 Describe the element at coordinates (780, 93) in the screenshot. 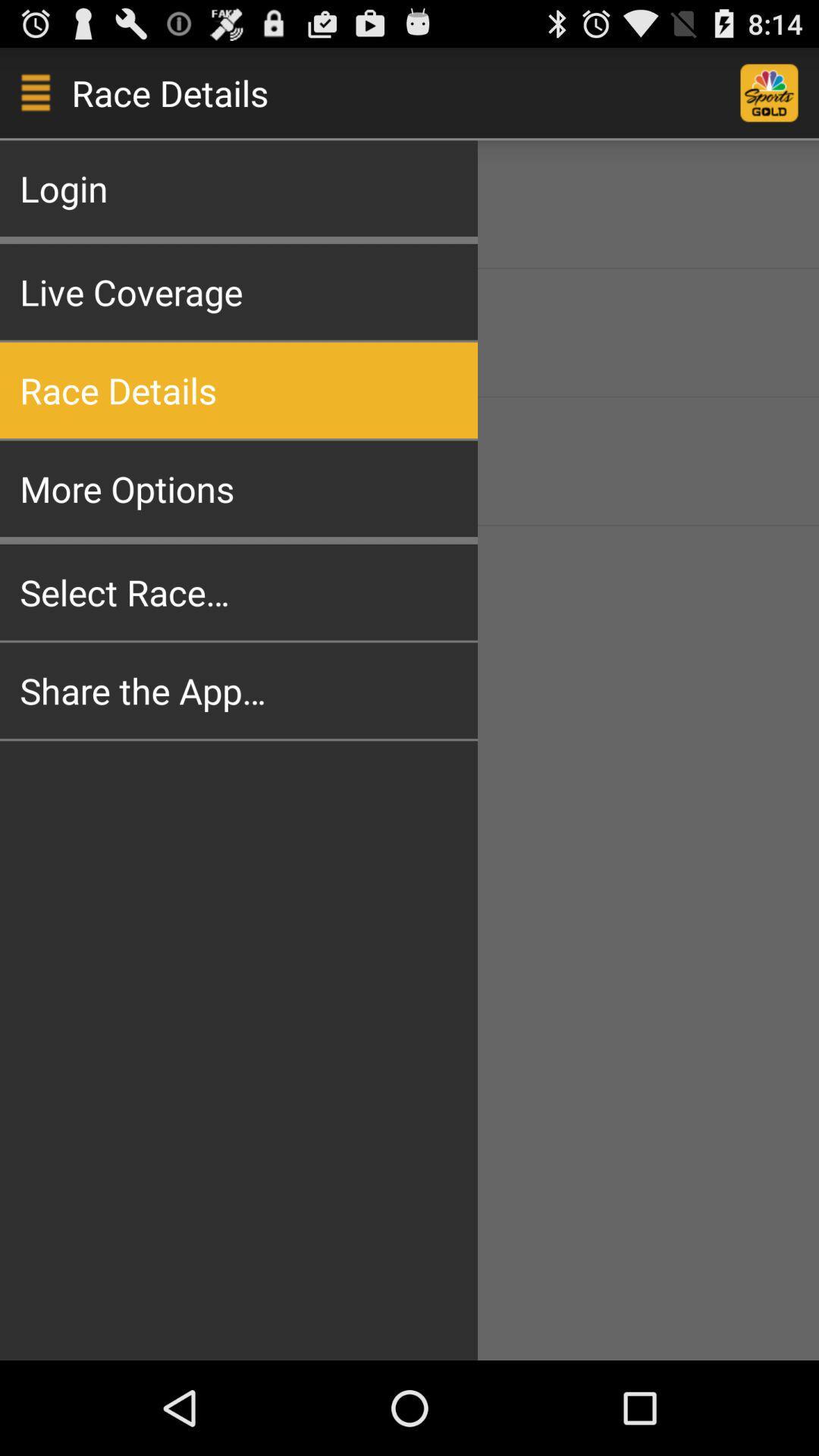

I see `the logo which is right corner of the page` at that location.